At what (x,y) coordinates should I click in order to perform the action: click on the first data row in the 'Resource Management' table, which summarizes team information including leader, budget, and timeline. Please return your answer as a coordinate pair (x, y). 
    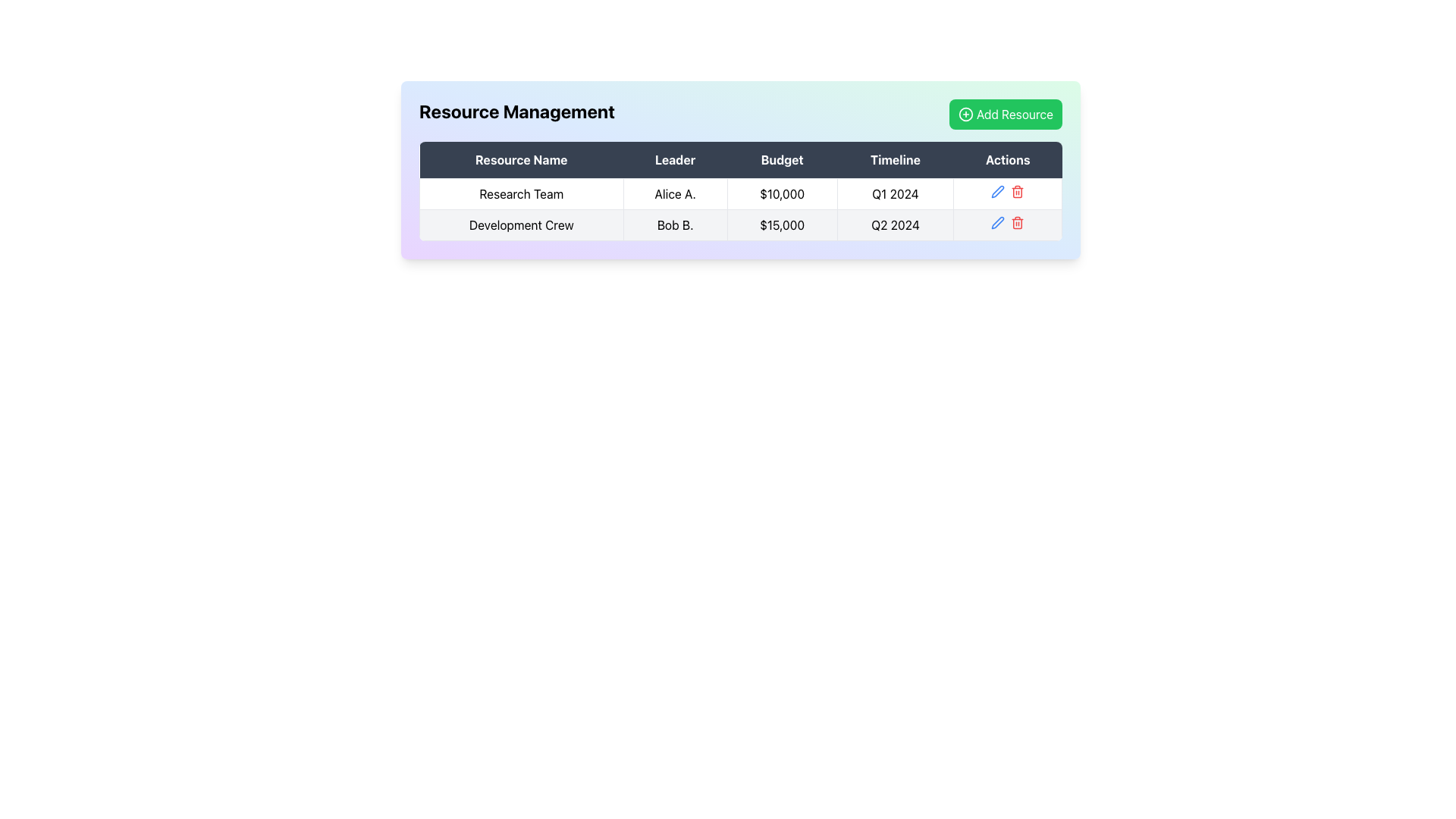
    Looking at the image, I should click on (741, 193).